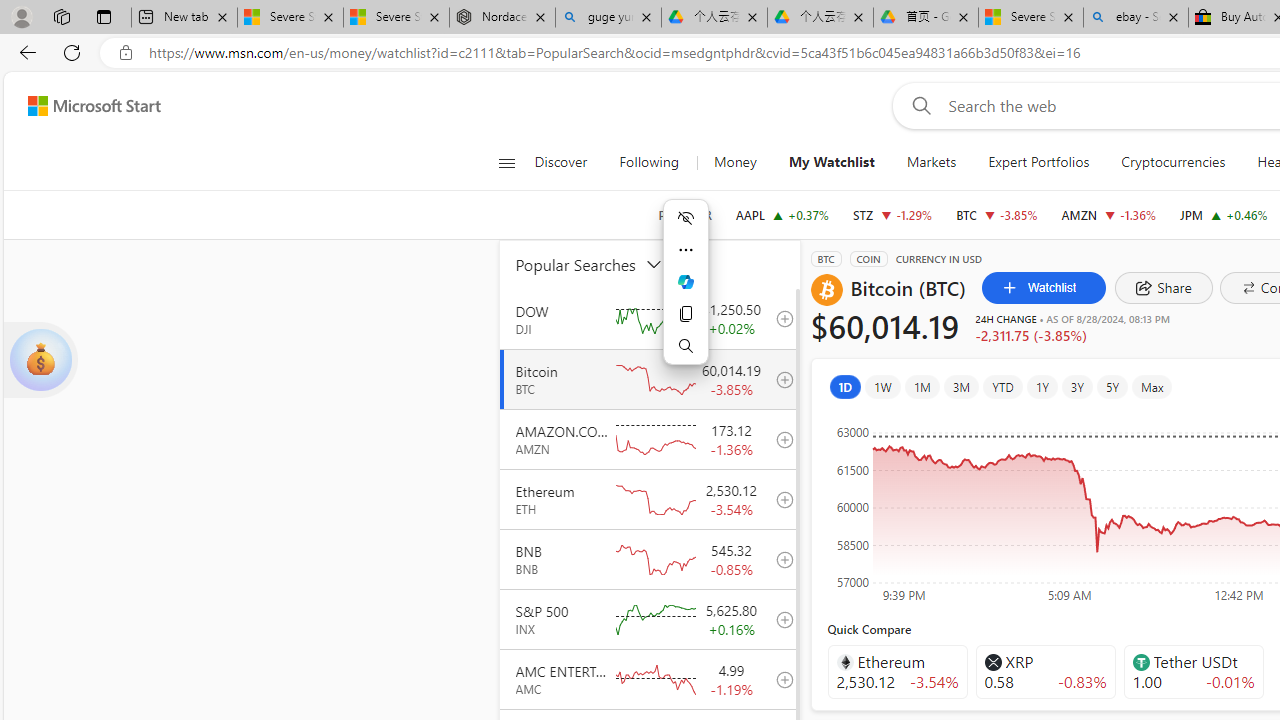  What do you see at coordinates (1041, 387) in the screenshot?
I see `'1Y'` at bounding box center [1041, 387].